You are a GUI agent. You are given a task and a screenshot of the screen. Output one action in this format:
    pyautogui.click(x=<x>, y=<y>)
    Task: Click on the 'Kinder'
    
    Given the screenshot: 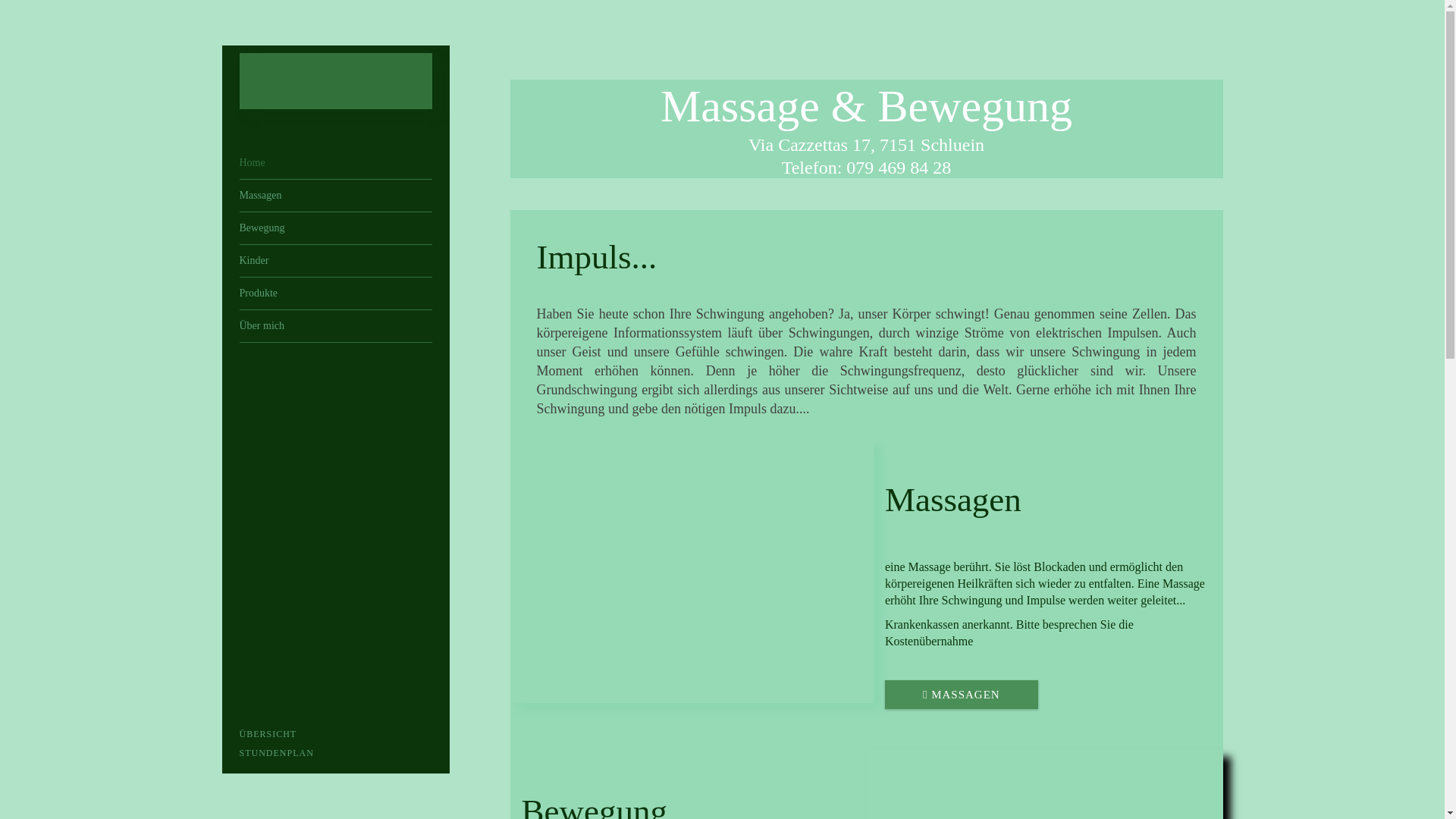 What is the action you would take?
    pyautogui.click(x=334, y=259)
    